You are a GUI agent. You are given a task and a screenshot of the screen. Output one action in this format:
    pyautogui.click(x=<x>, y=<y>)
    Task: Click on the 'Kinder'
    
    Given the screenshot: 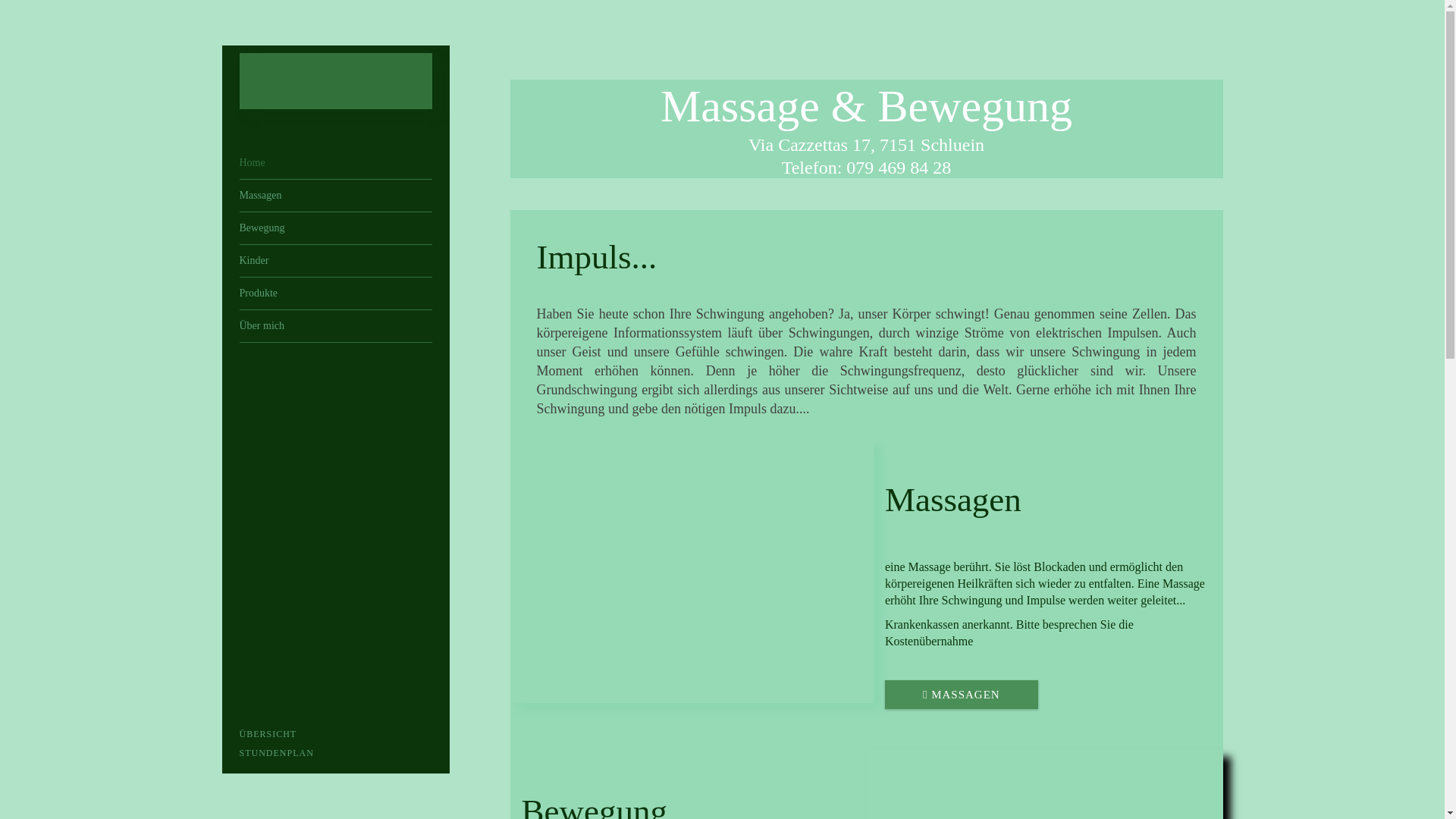 What is the action you would take?
    pyautogui.click(x=334, y=259)
    